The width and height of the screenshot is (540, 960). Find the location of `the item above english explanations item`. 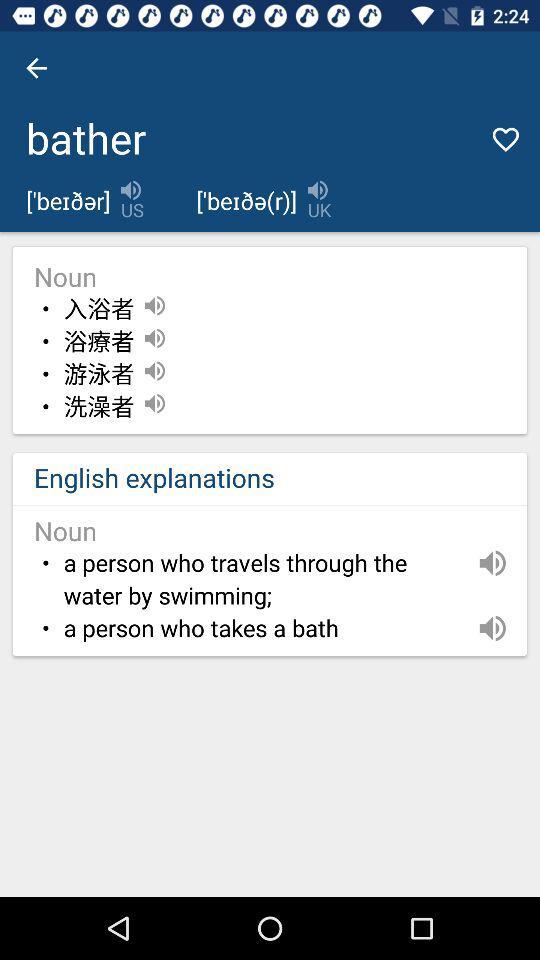

the item above english explanations item is located at coordinates (98, 406).